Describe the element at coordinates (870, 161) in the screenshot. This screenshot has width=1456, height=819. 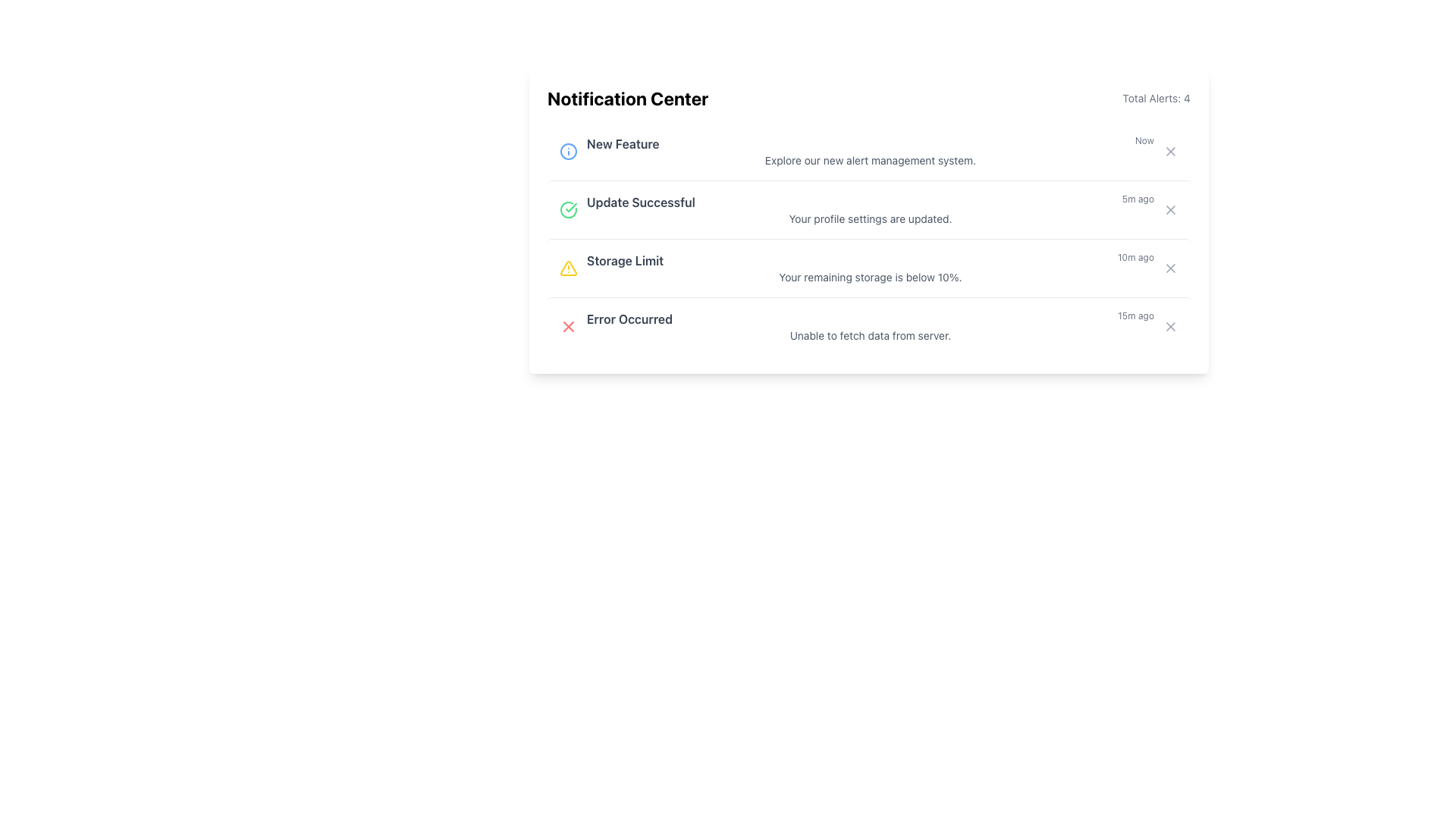
I see `the descriptive static text providing additional information about the 'New Feature' notification` at that location.